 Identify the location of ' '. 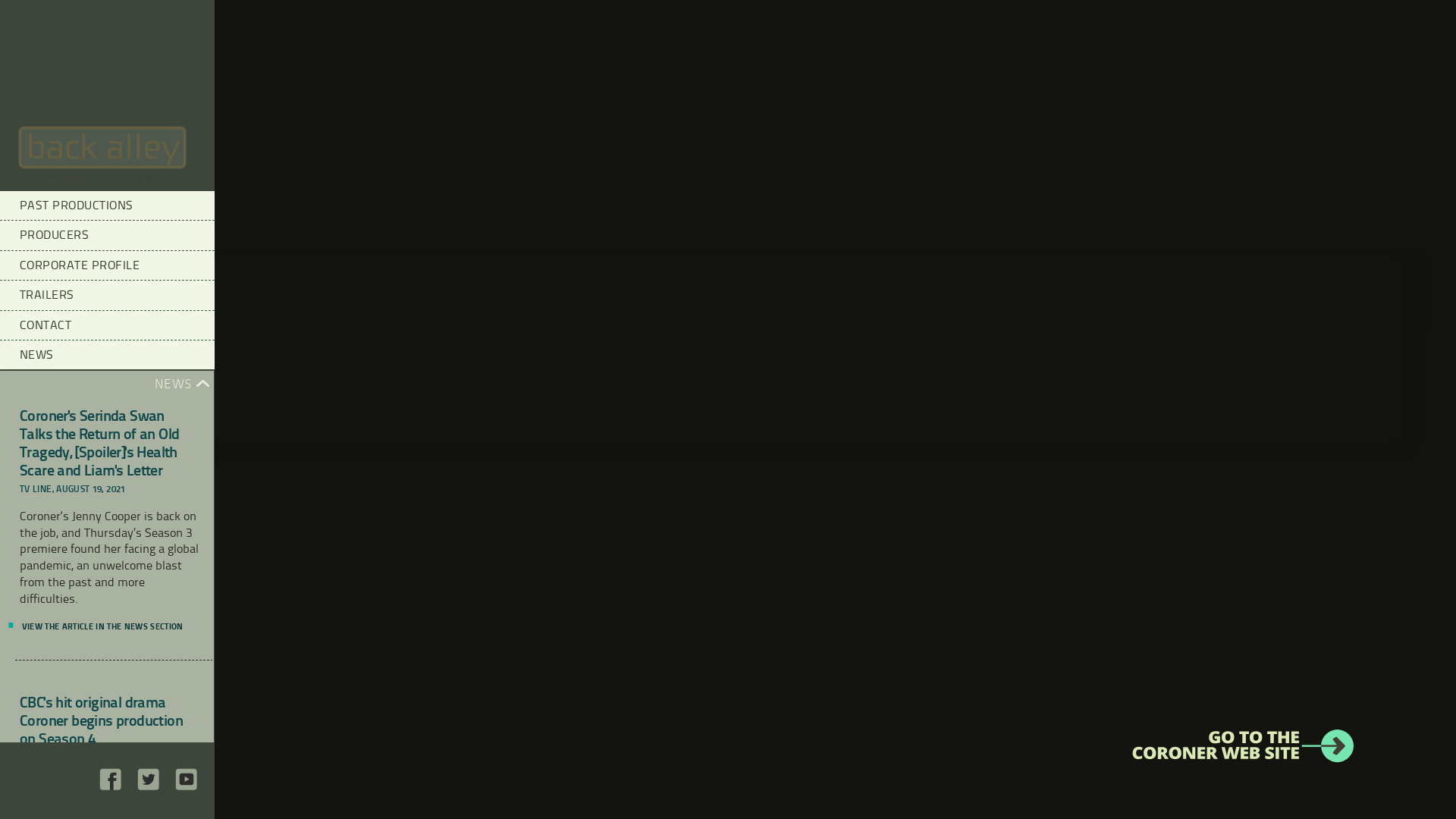
(149, 786).